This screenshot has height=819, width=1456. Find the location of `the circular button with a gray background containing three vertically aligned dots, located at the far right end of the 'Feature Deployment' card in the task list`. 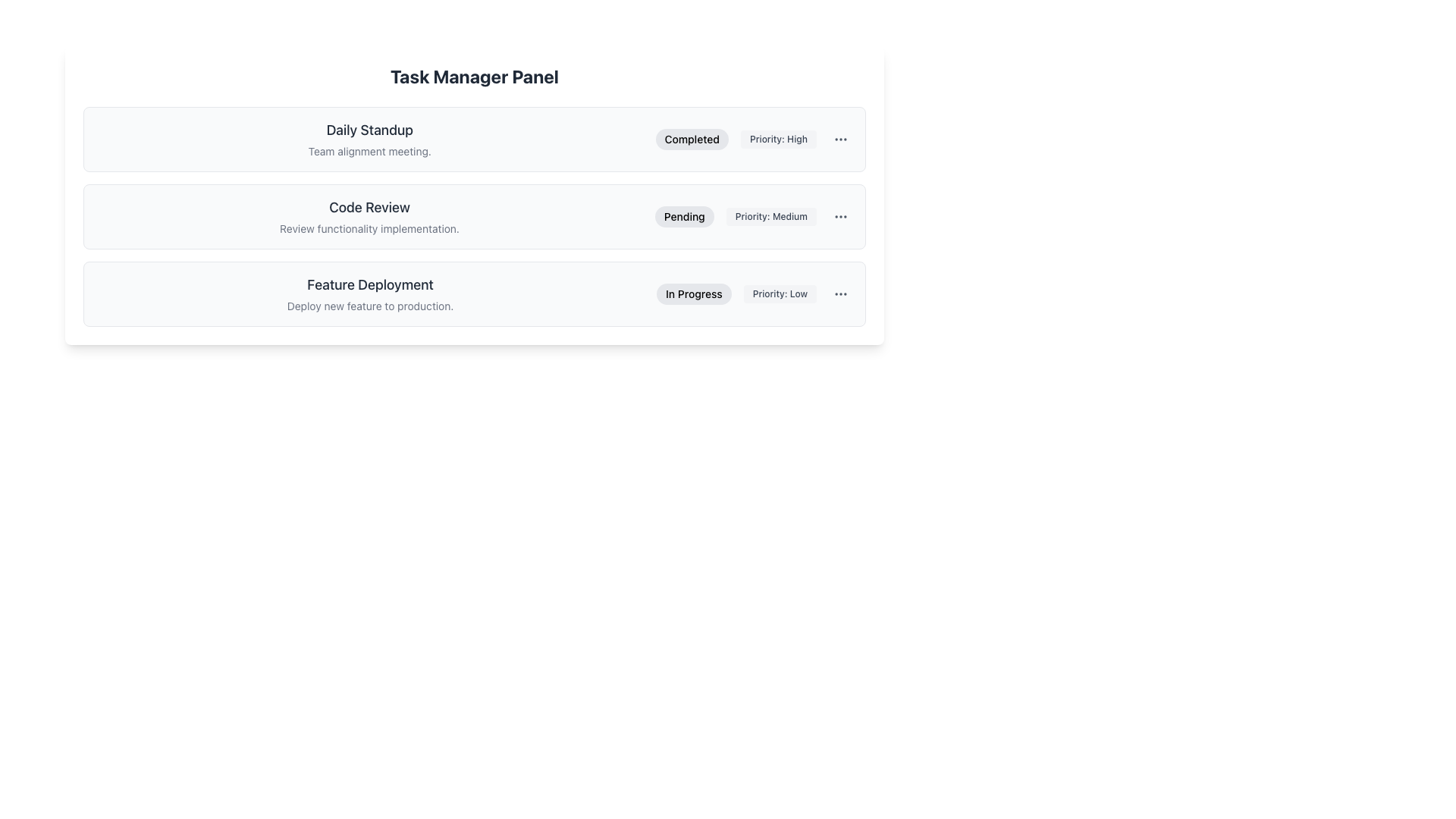

the circular button with a gray background containing three vertically aligned dots, located at the far right end of the 'Feature Deployment' card in the task list is located at coordinates (839, 294).